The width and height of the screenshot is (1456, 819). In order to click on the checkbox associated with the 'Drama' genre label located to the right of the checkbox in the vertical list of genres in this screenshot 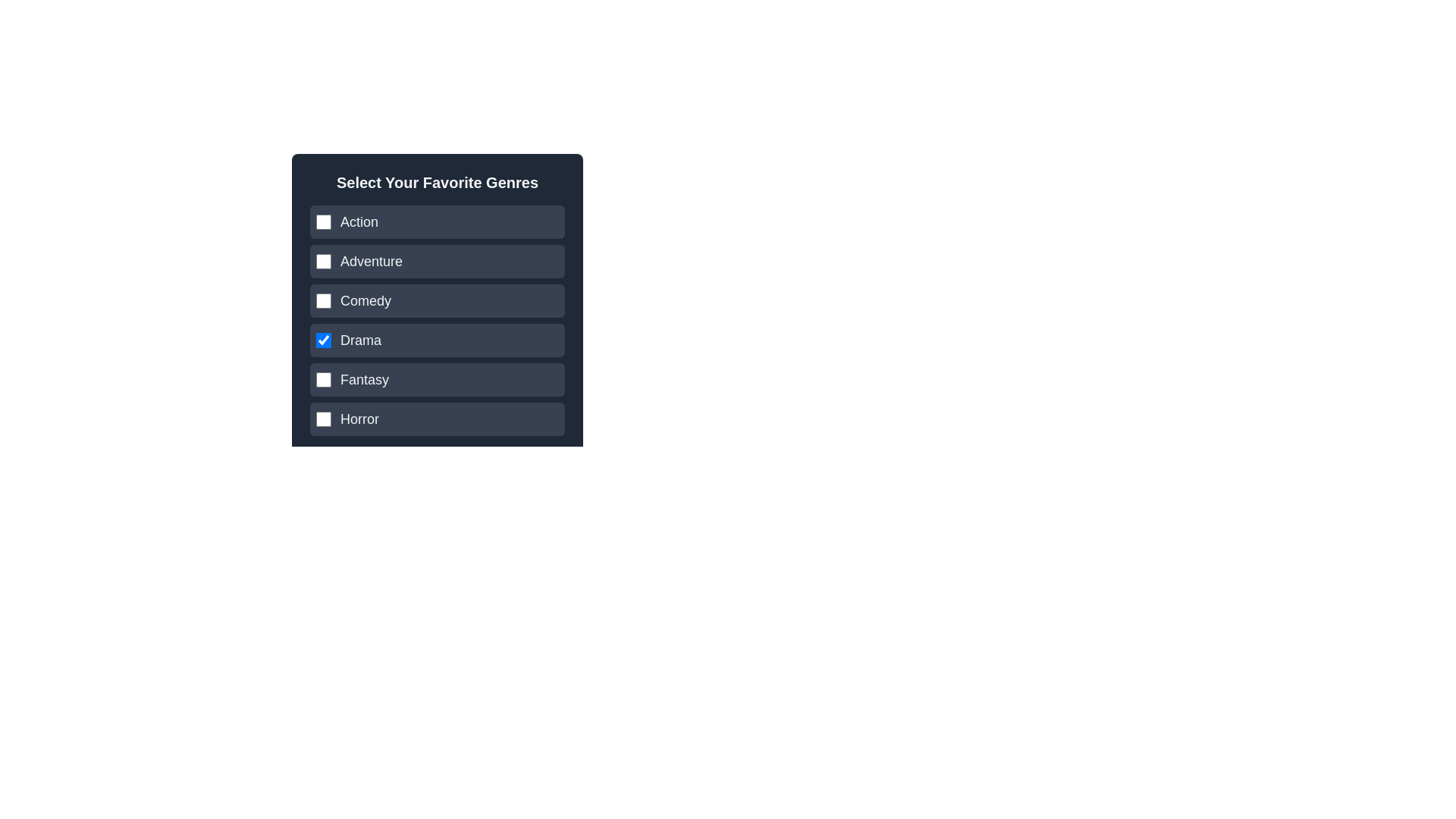, I will do `click(359, 339)`.